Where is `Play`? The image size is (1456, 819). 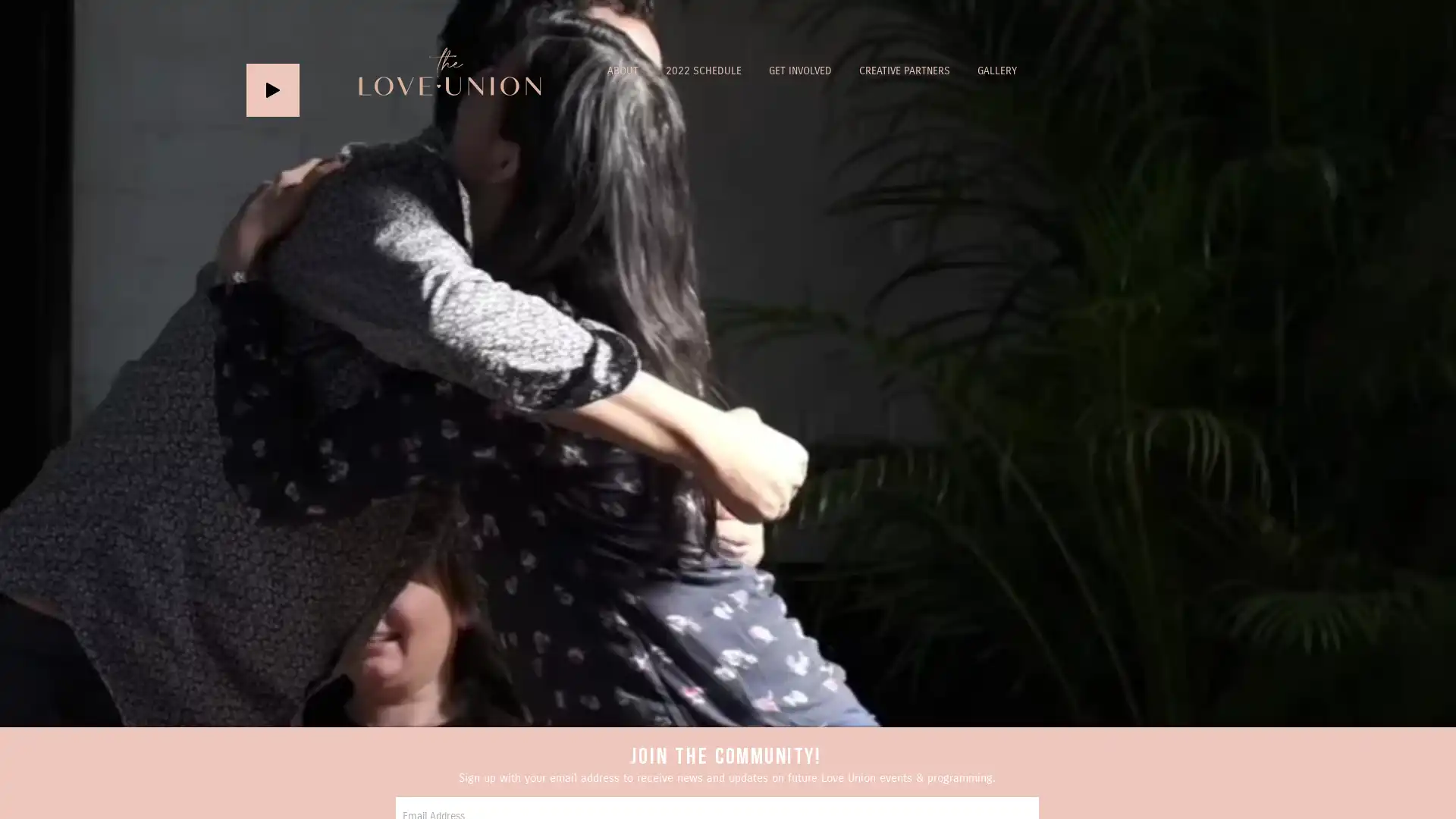 Play is located at coordinates (273, 90).